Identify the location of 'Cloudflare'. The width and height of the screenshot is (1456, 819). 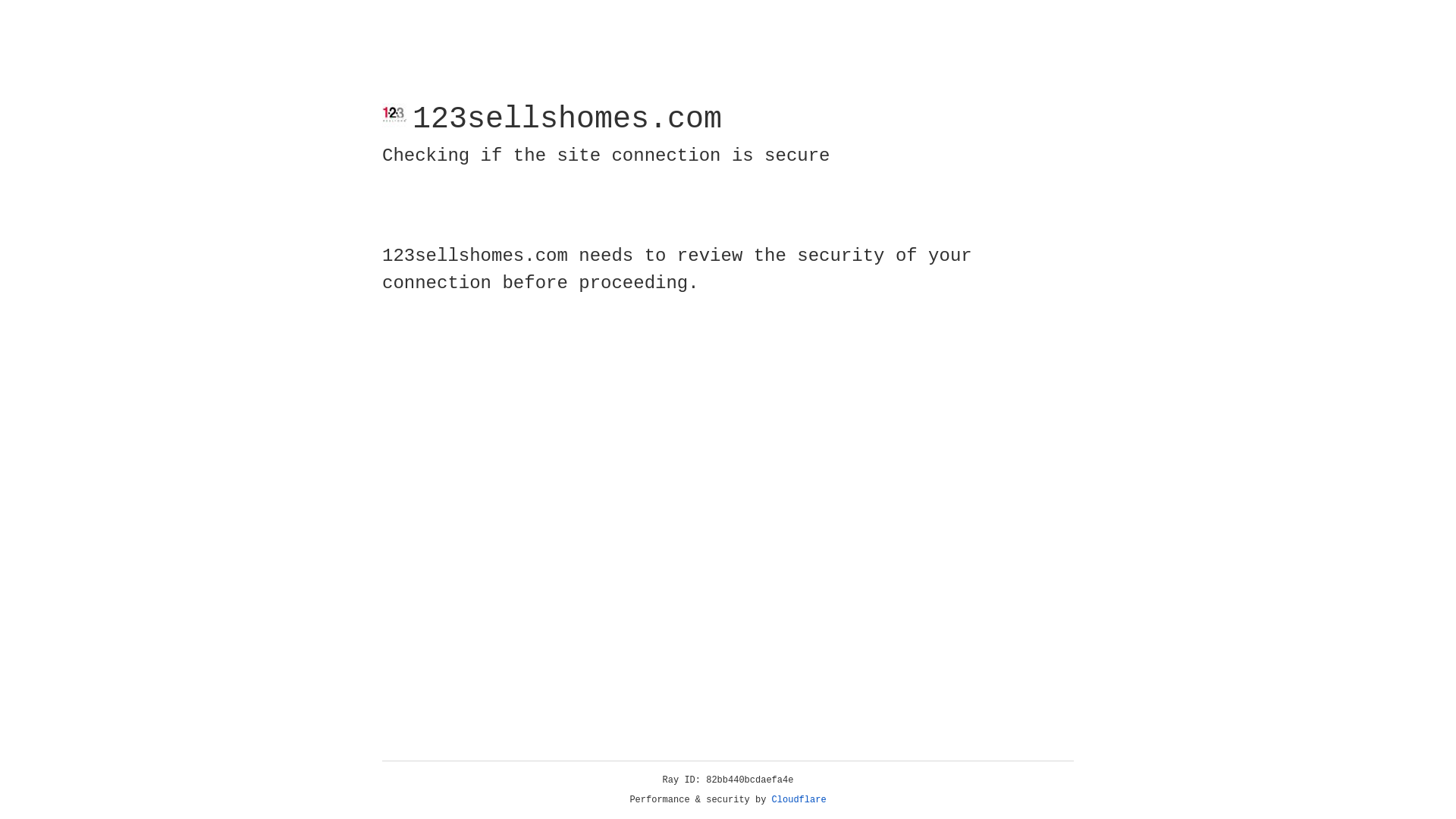
(799, 799).